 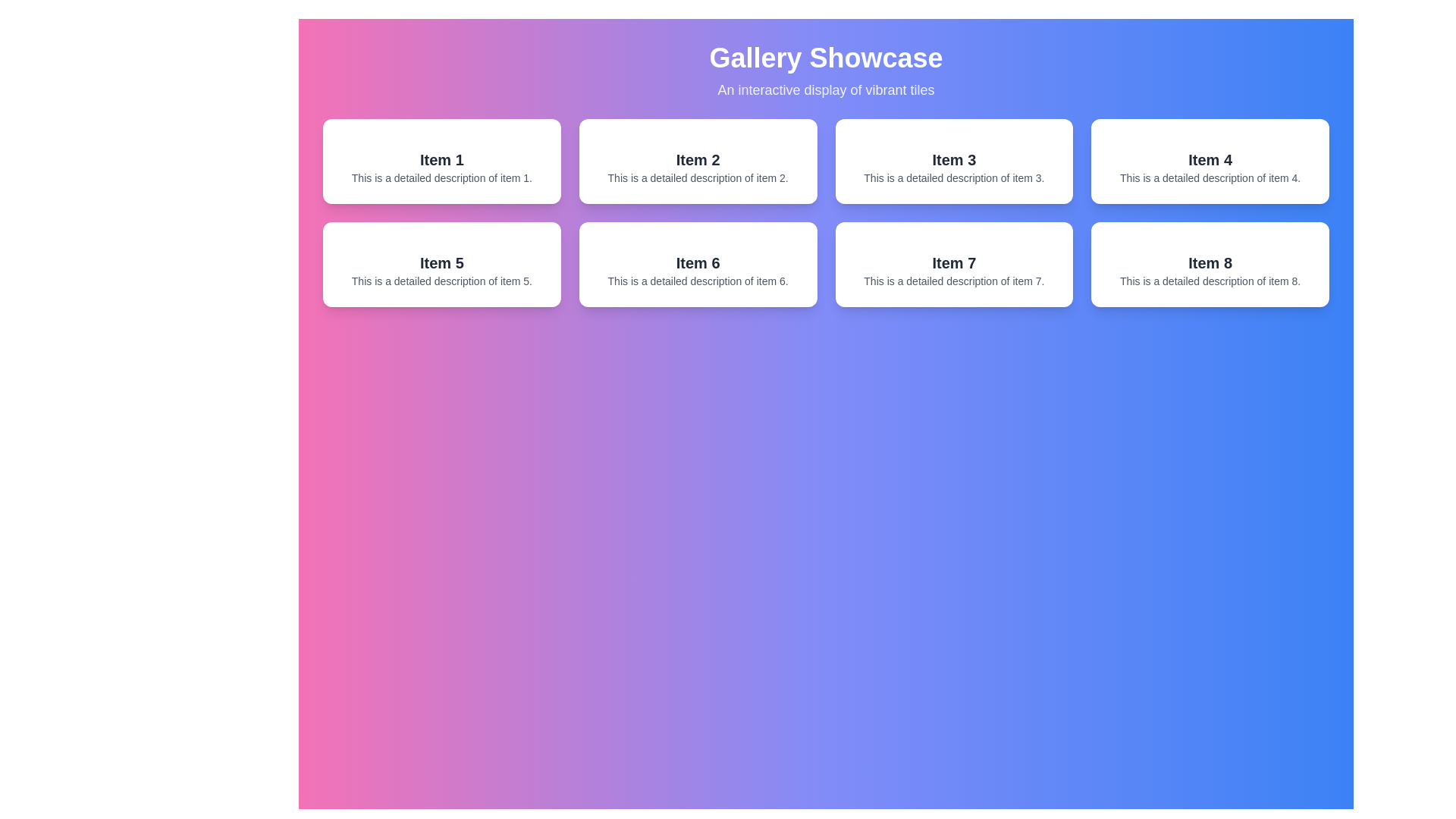 What do you see at coordinates (441, 160) in the screenshot?
I see `text from the heading-style label that says 'Item 1', which is bold and larger than surrounding text, located at the top center of its containing box` at bounding box center [441, 160].